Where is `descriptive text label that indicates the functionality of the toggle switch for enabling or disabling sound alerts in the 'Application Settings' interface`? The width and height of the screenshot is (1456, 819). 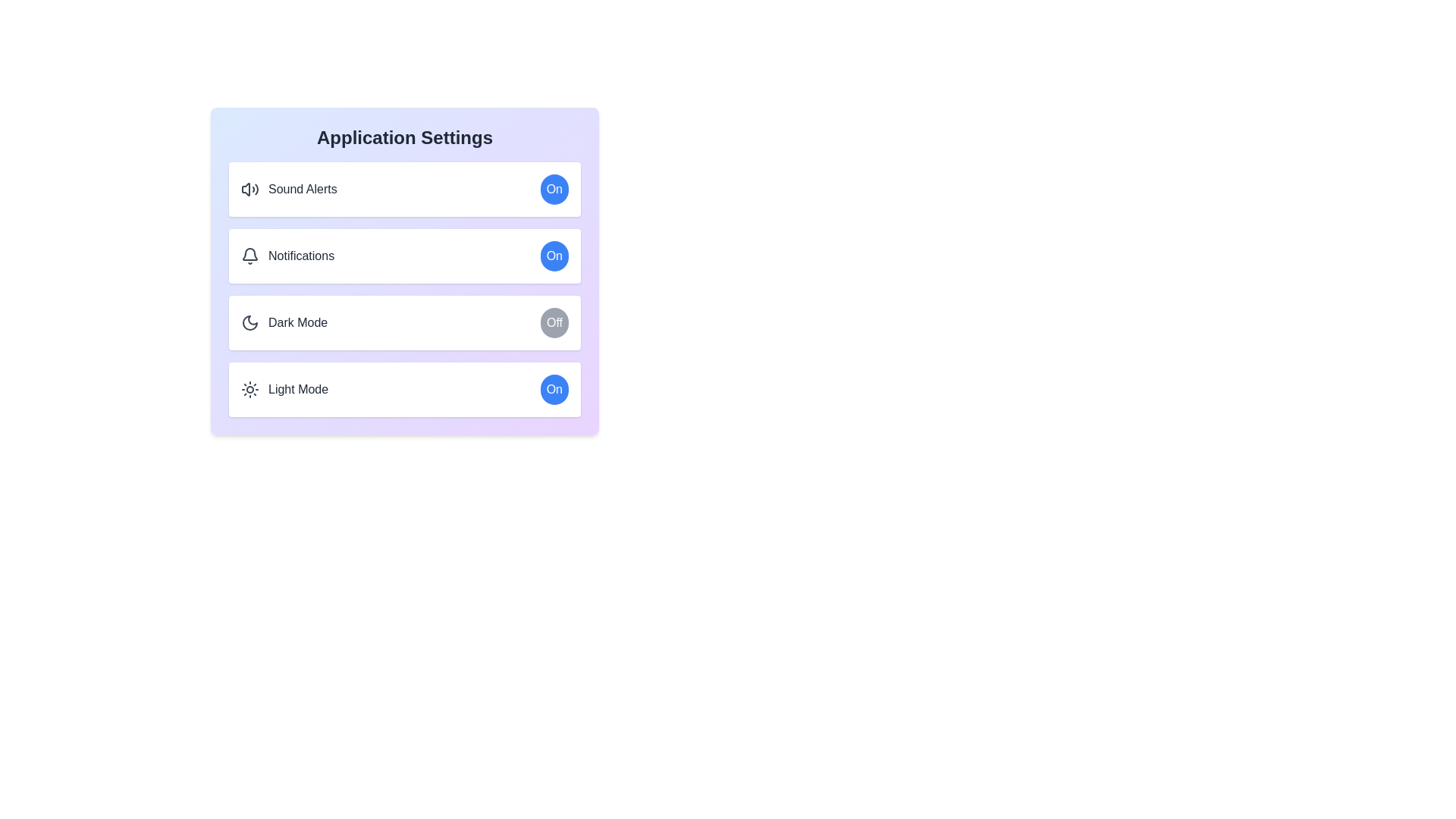
descriptive text label that indicates the functionality of the toggle switch for enabling or disabling sound alerts in the 'Application Settings' interface is located at coordinates (303, 189).